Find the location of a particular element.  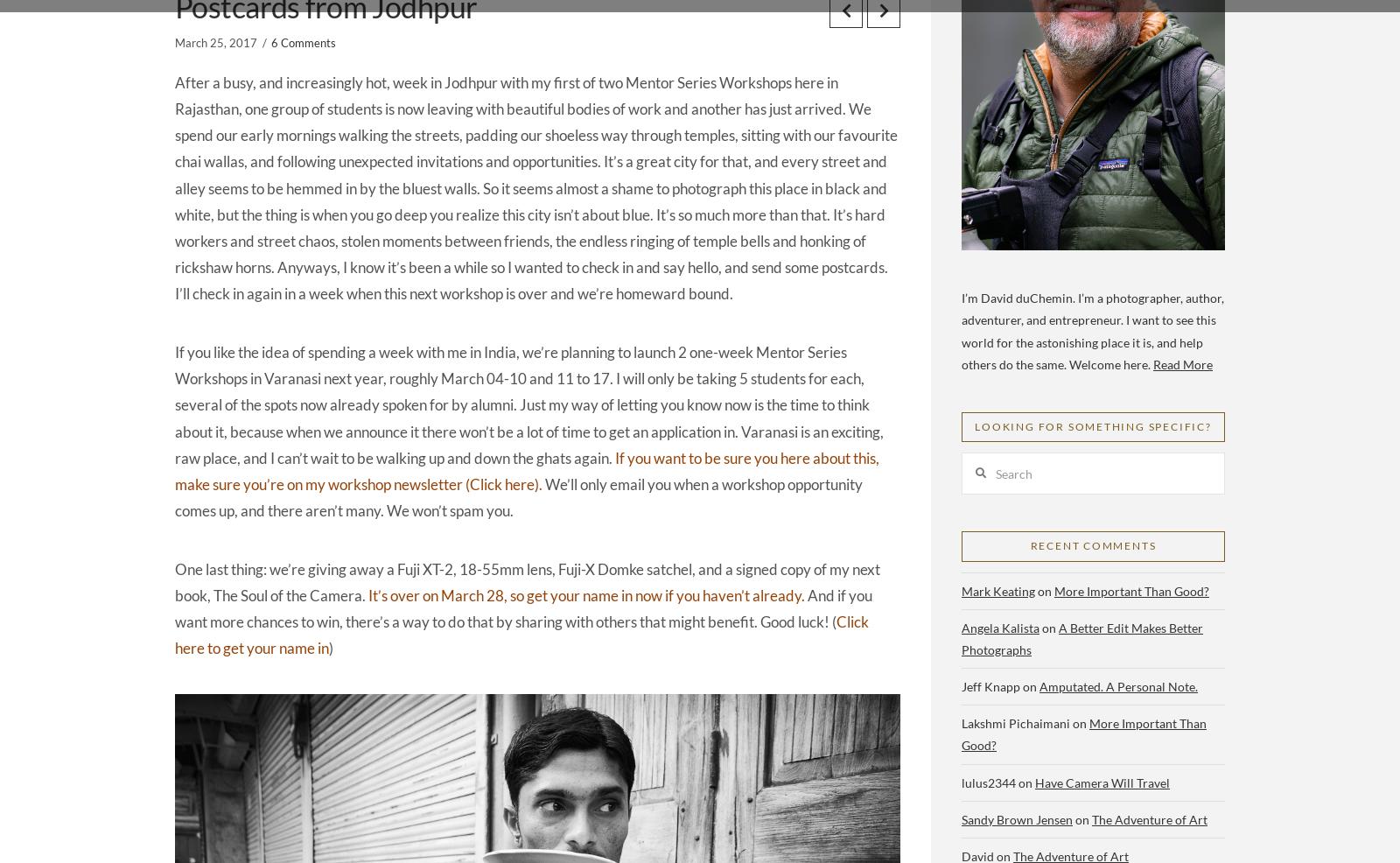

'If you want to be sure you here about this, make sure you’re on my workshop newsletter (Click here).' is located at coordinates (527, 469).